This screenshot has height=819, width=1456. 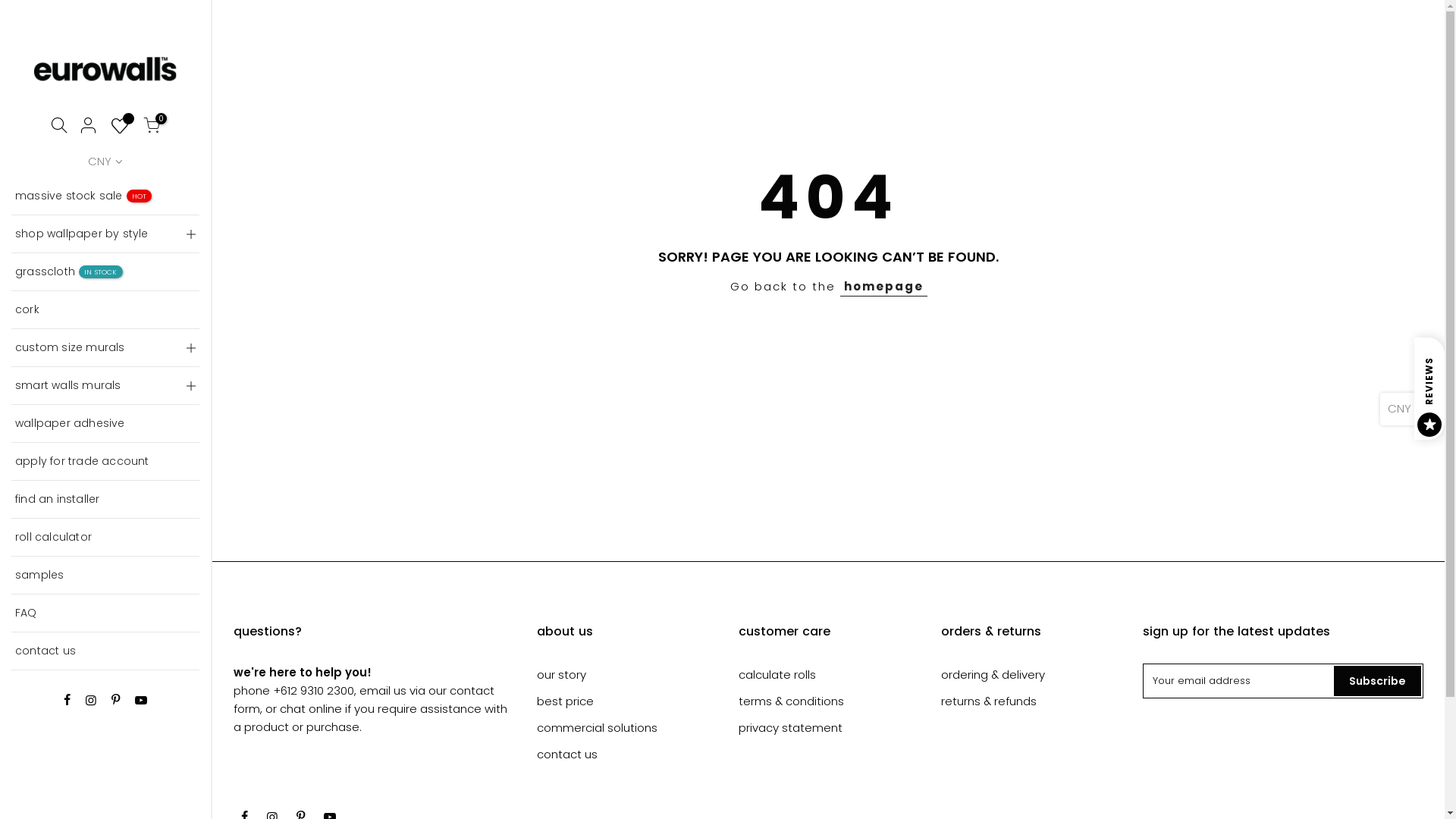 I want to click on 'FAQ', so click(x=105, y=613).